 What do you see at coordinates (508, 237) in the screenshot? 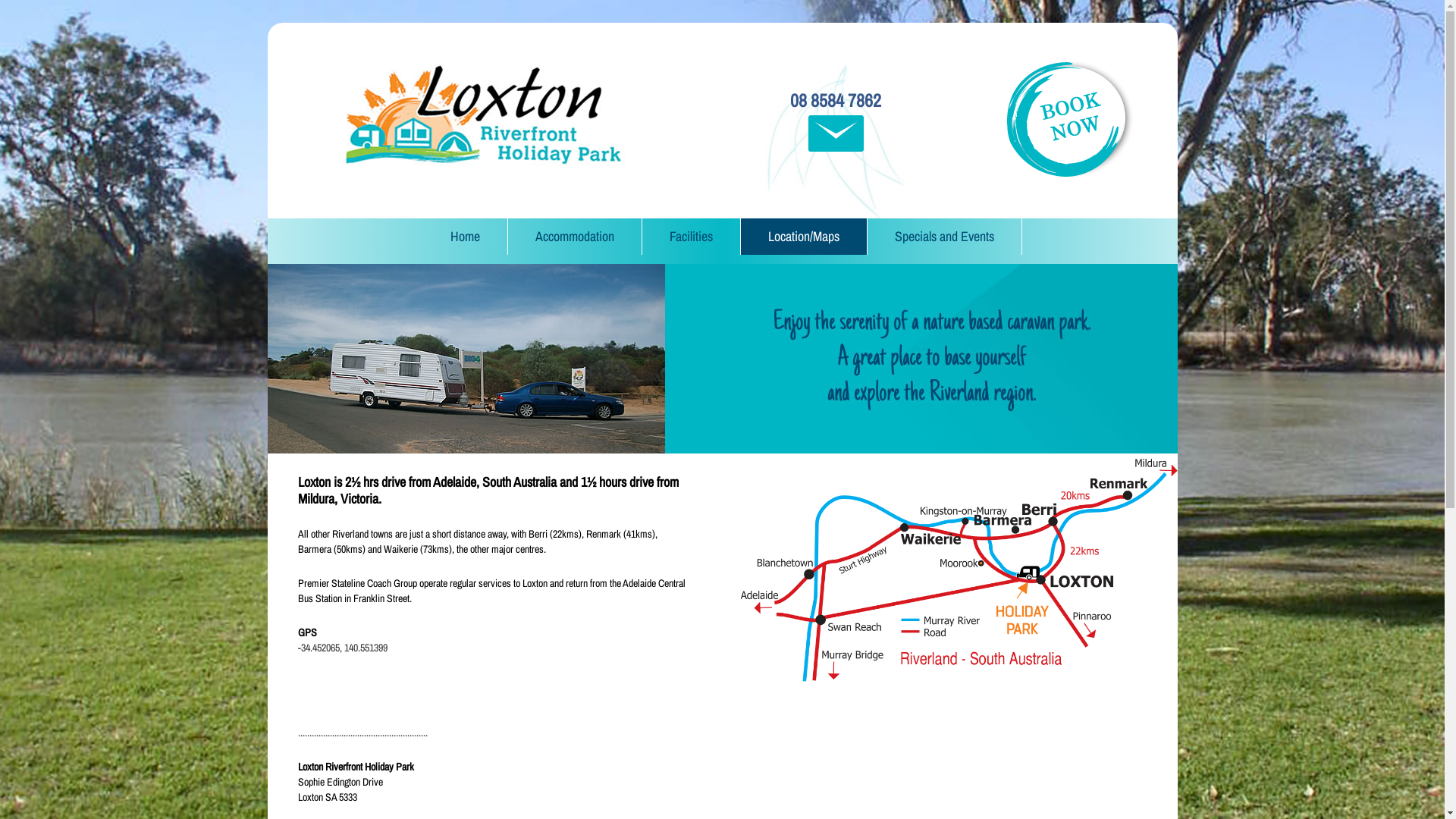
I see `'Accommodation'` at bounding box center [508, 237].